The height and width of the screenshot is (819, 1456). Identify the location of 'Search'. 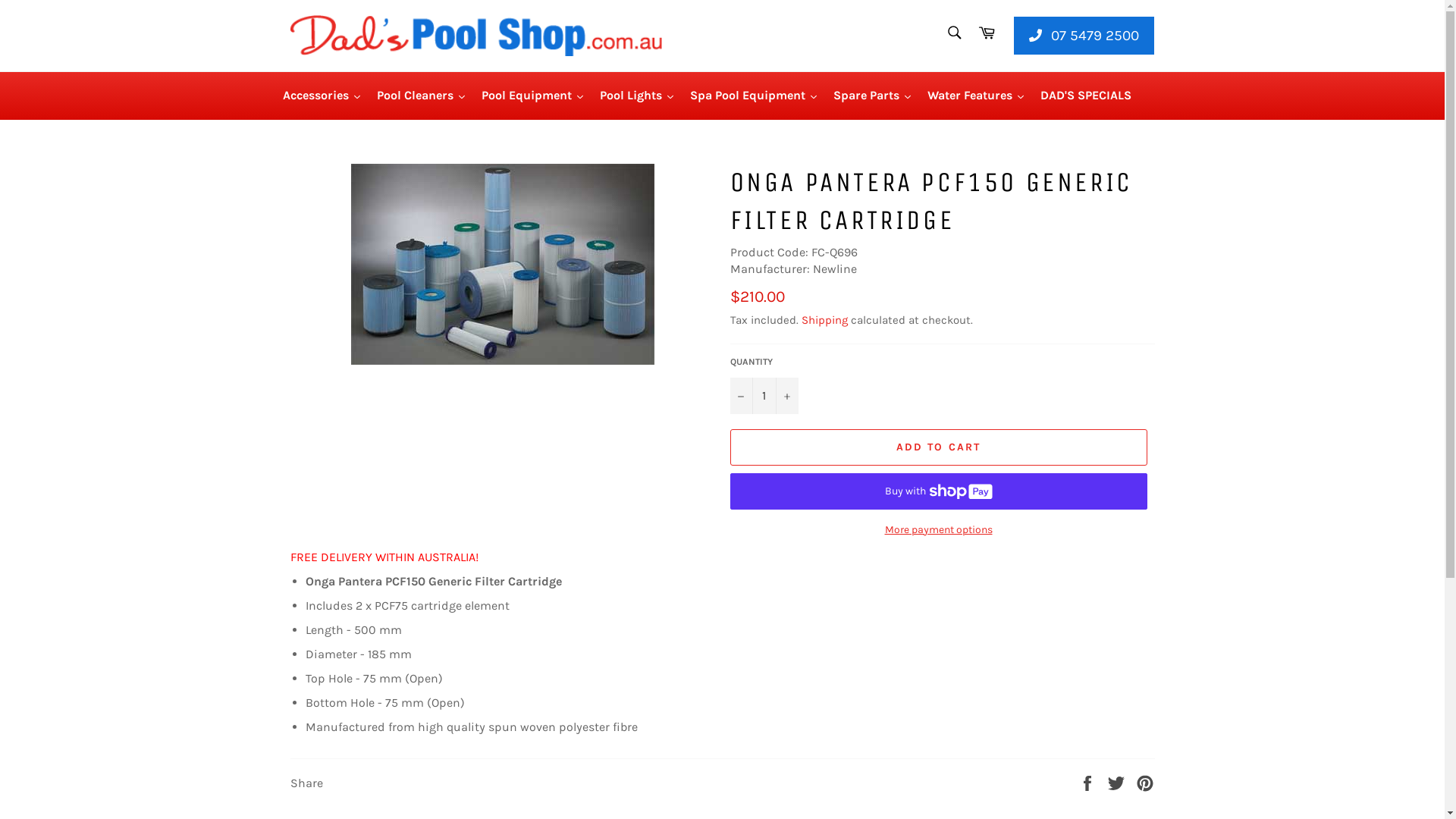
(952, 32).